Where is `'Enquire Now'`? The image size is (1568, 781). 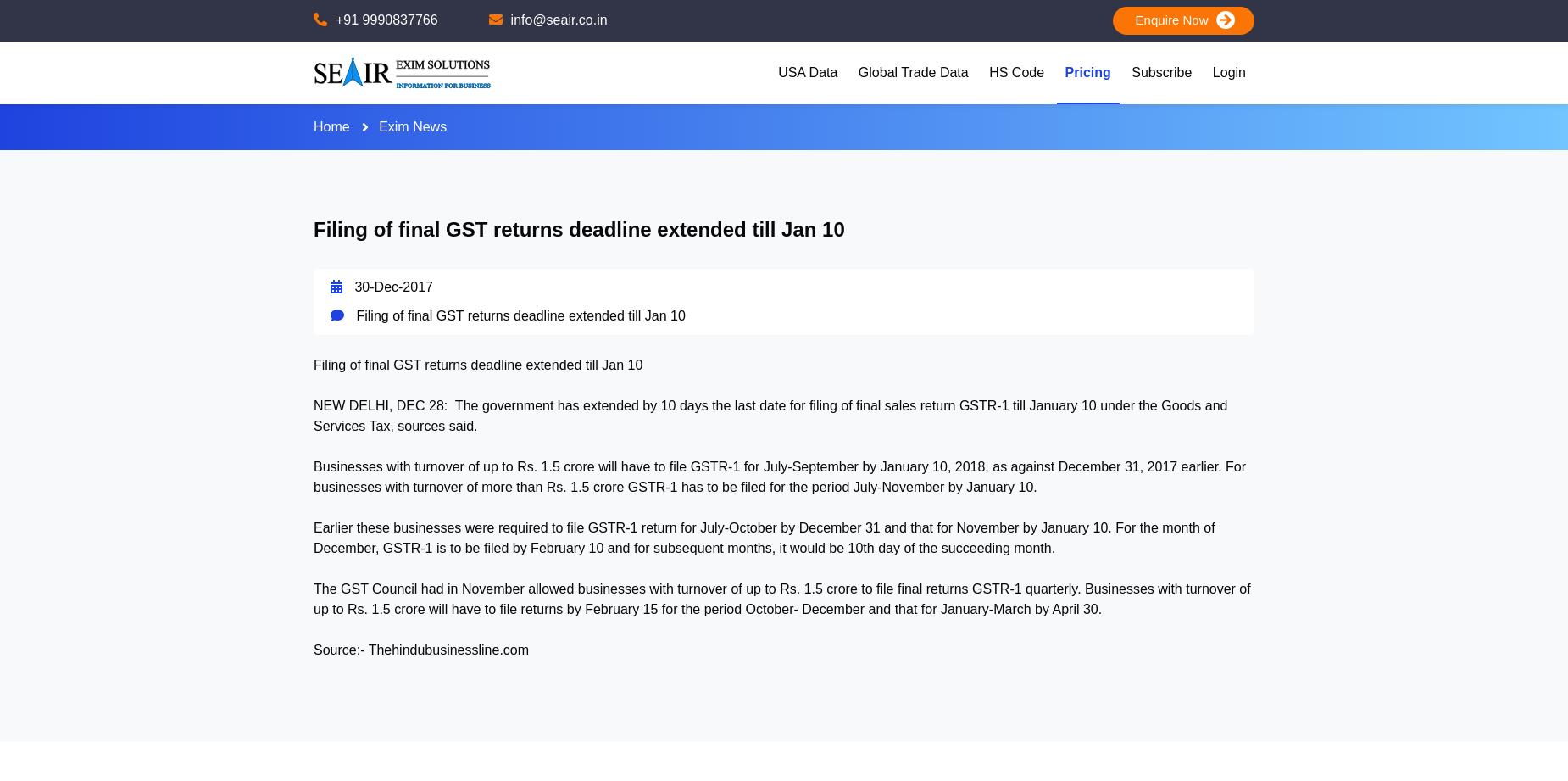 'Enquire Now' is located at coordinates (1120, 20).